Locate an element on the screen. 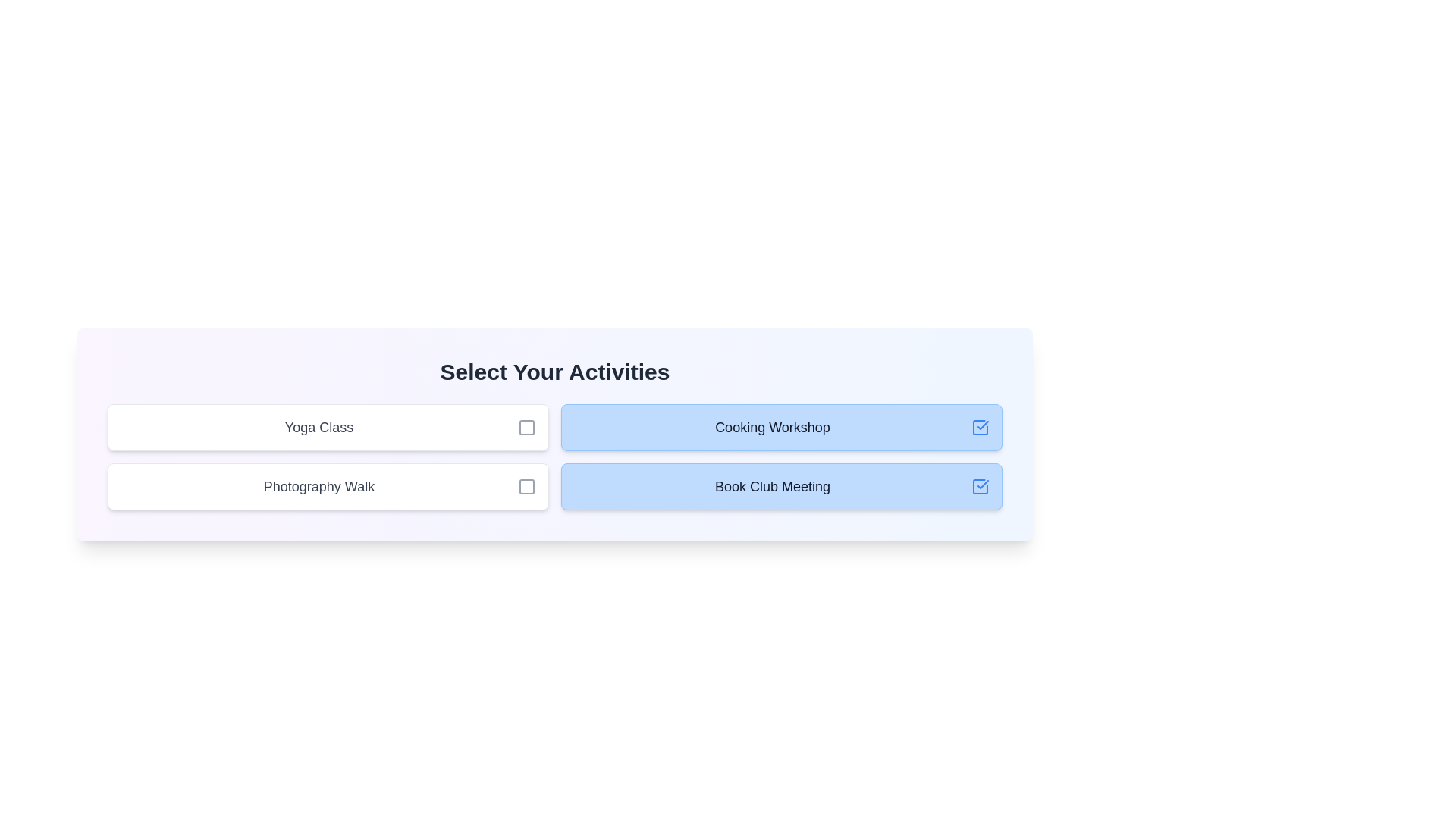 This screenshot has height=819, width=1456. the activity Cooking Workshop is located at coordinates (782, 427).